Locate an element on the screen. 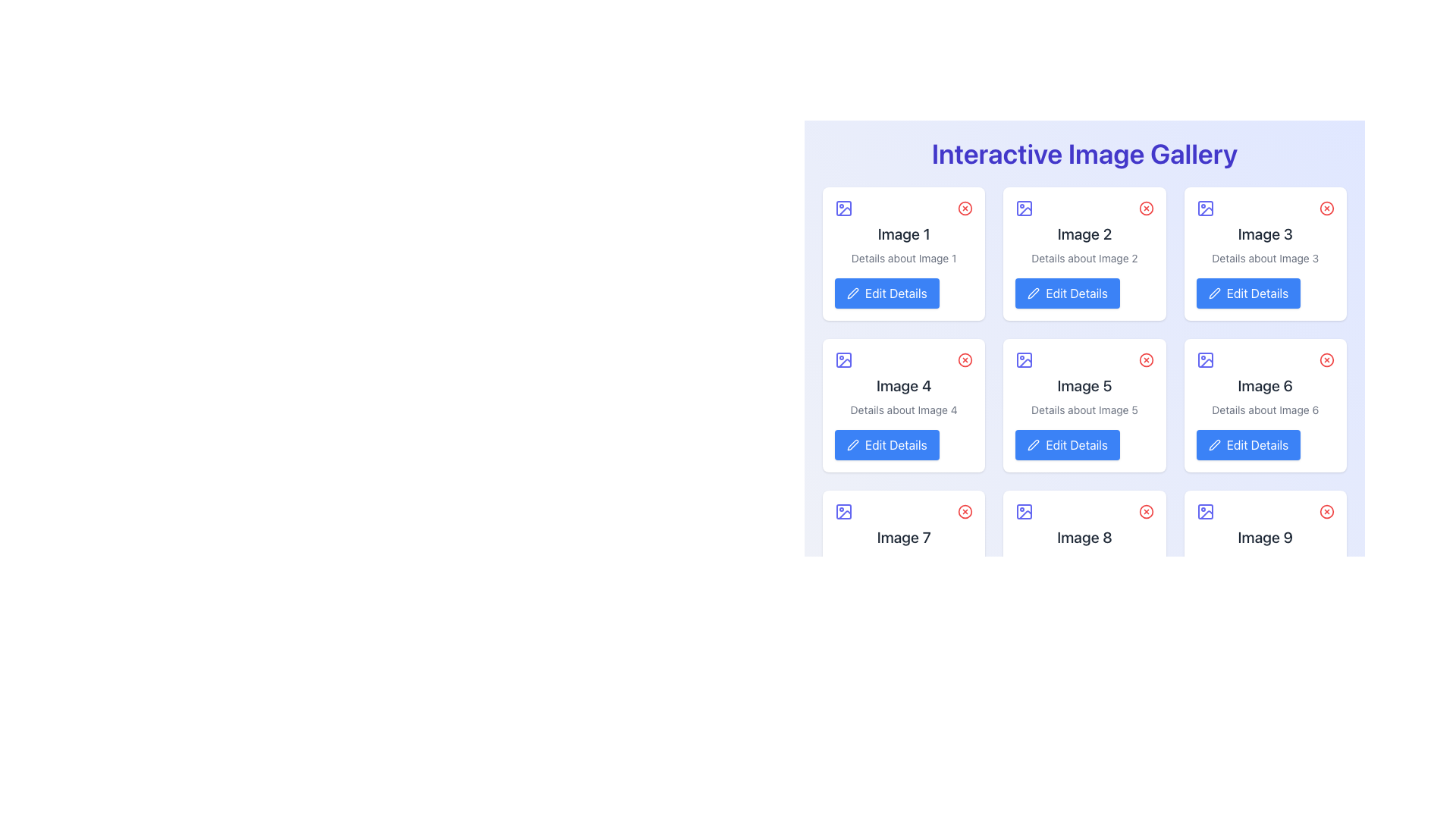 The width and height of the screenshot is (1456, 819). the text label displaying 'Details about Image 1', which is located below the 'Image 1' title in the card widget is located at coordinates (904, 257).